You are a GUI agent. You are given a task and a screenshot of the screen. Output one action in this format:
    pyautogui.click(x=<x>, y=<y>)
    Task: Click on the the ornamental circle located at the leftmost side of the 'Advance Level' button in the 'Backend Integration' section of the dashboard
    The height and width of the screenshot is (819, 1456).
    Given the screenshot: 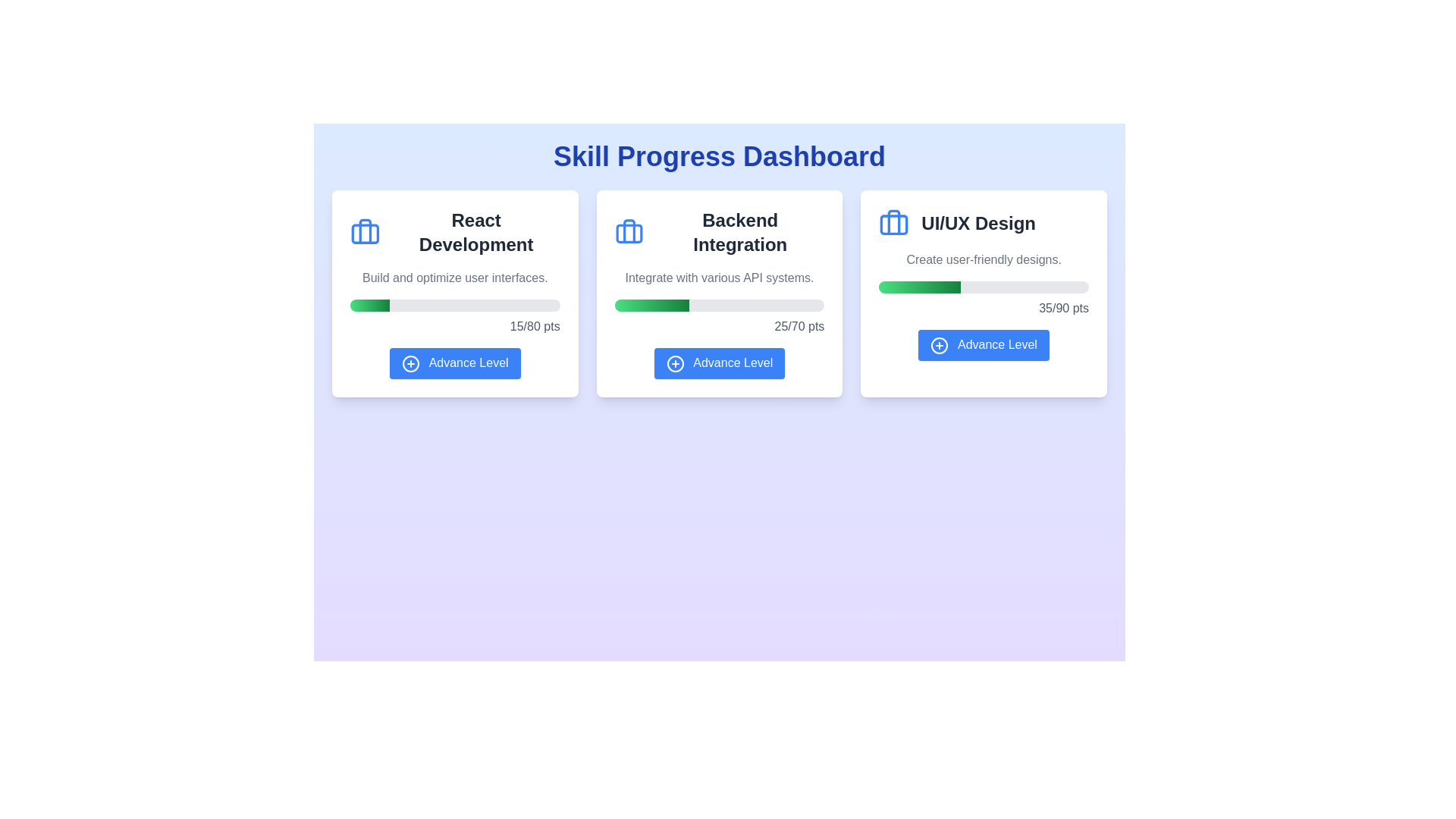 What is the action you would take?
    pyautogui.click(x=674, y=363)
    